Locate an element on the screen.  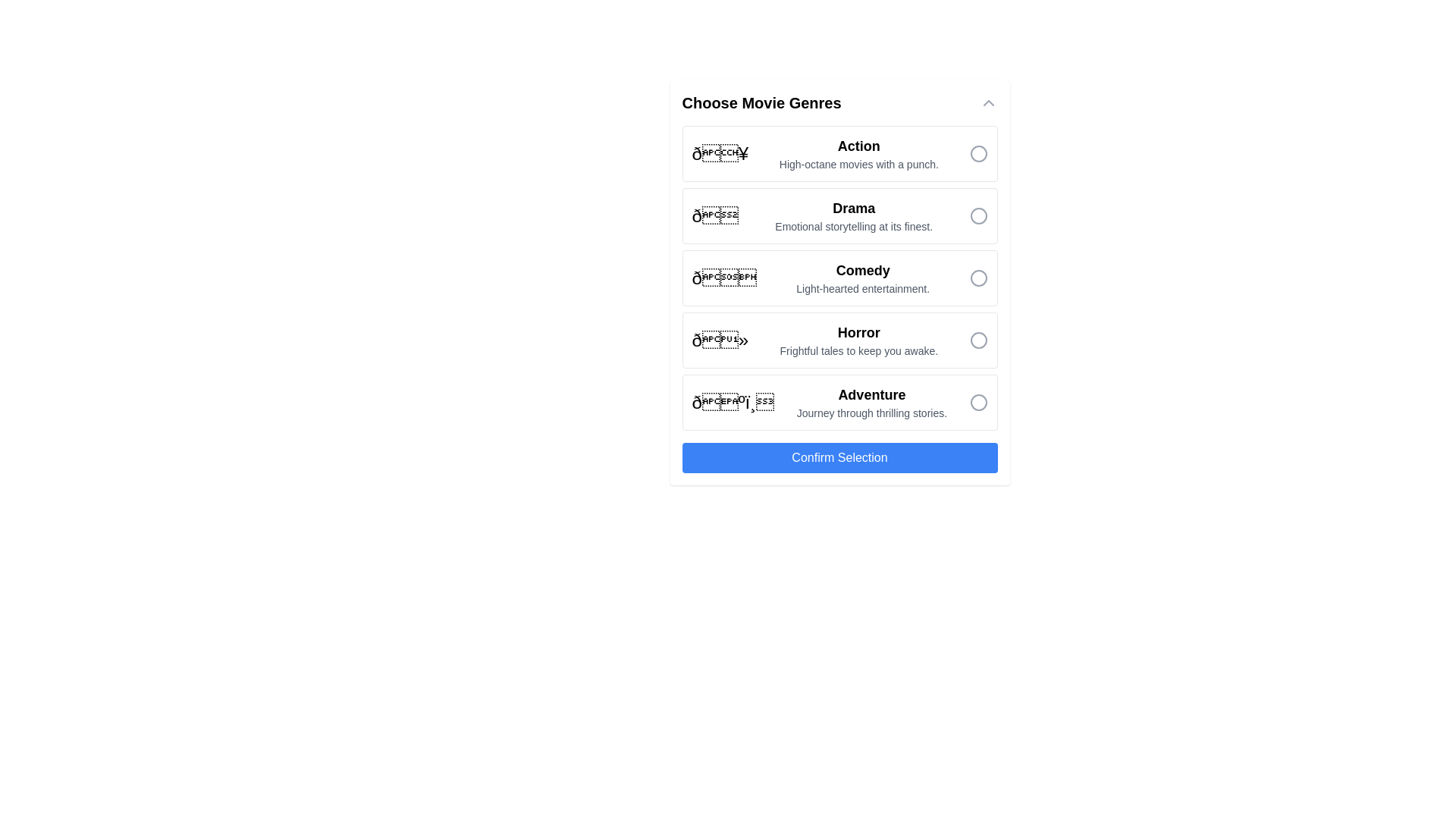
the third row selectable list item with a radio button for the 'Comedy' genre under the title 'Choose Movie Genres' is located at coordinates (839, 283).